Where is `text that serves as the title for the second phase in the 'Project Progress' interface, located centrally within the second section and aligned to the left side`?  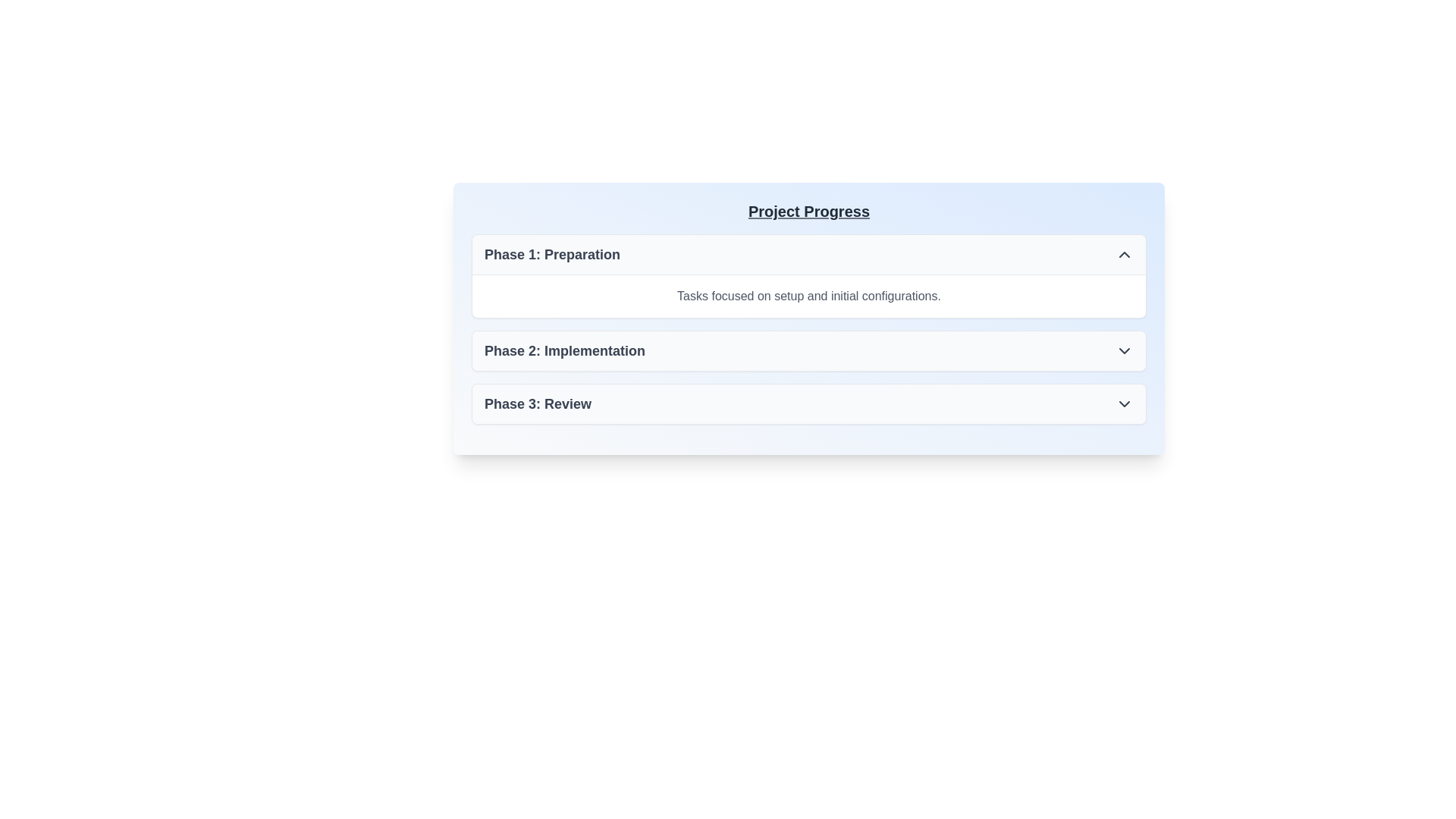
text that serves as the title for the second phase in the 'Project Progress' interface, located centrally within the second section and aligned to the left side is located at coordinates (563, 350).